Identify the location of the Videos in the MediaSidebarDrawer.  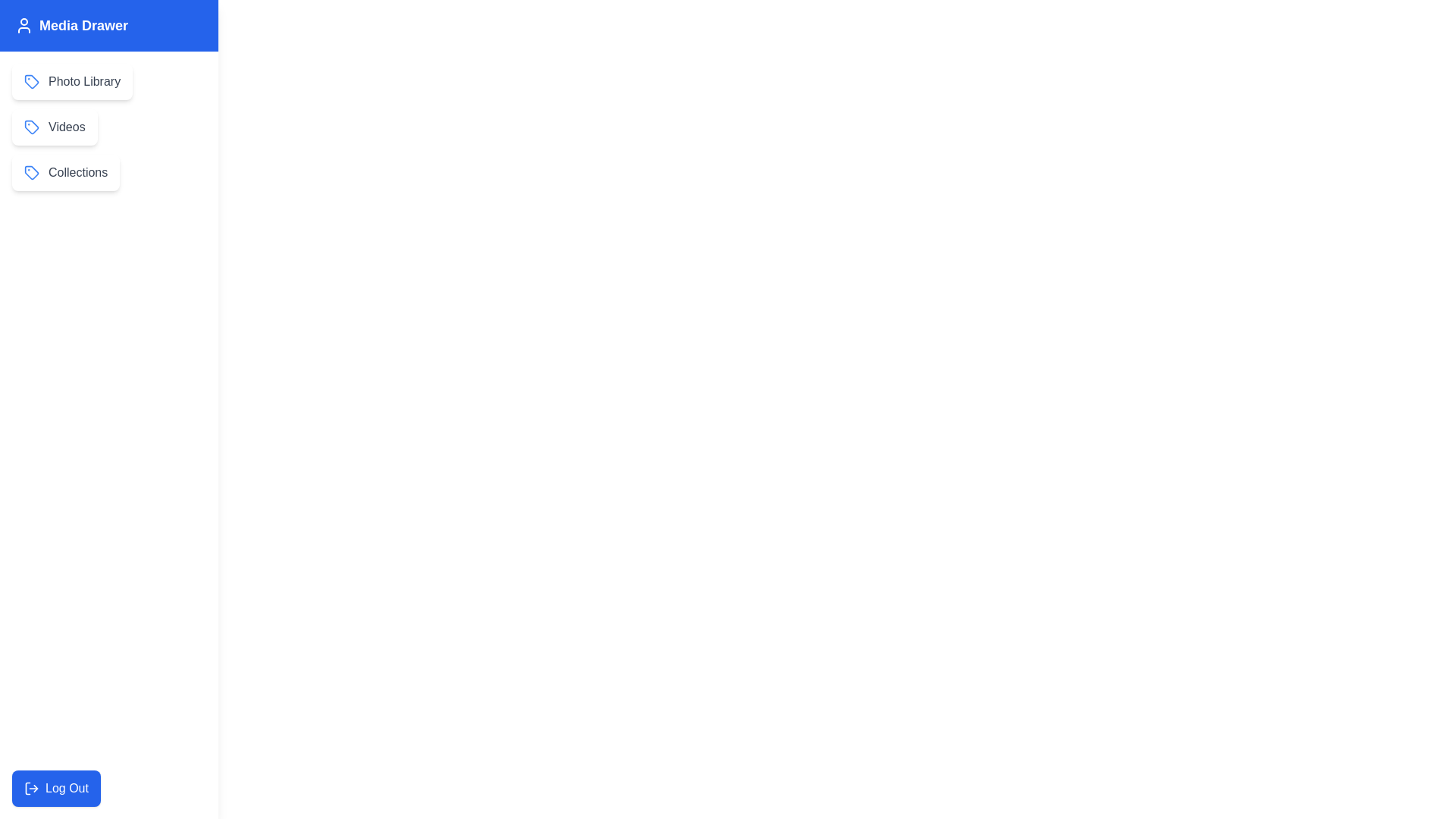
(55, 127).